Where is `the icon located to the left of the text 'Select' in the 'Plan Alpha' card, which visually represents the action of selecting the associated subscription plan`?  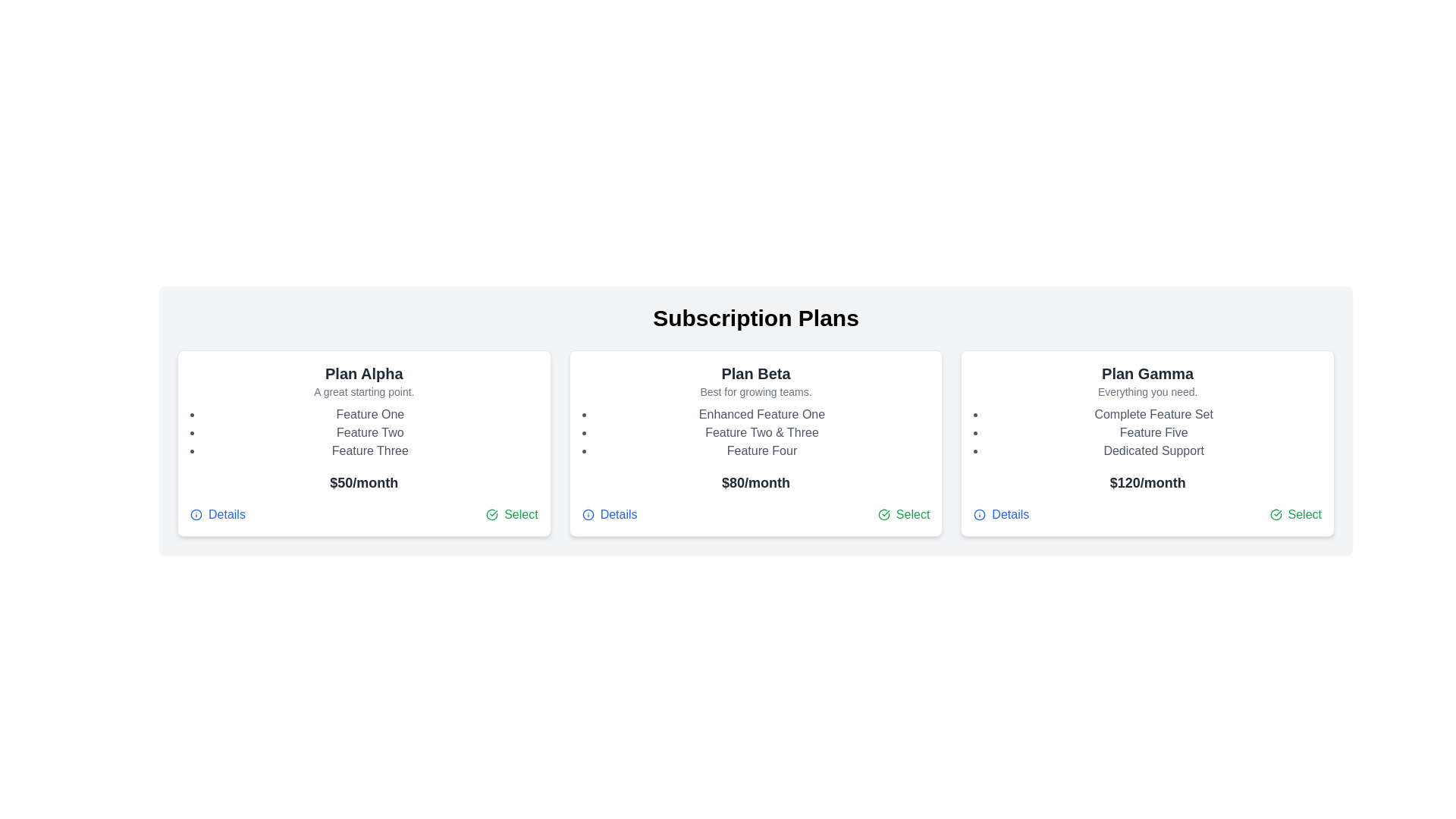 the icon located to the left of the text 'Select' in the 'Plan Alpha' card, which visually represents the action of selecting the associated subscription plan is located at coordinates (492, 513).